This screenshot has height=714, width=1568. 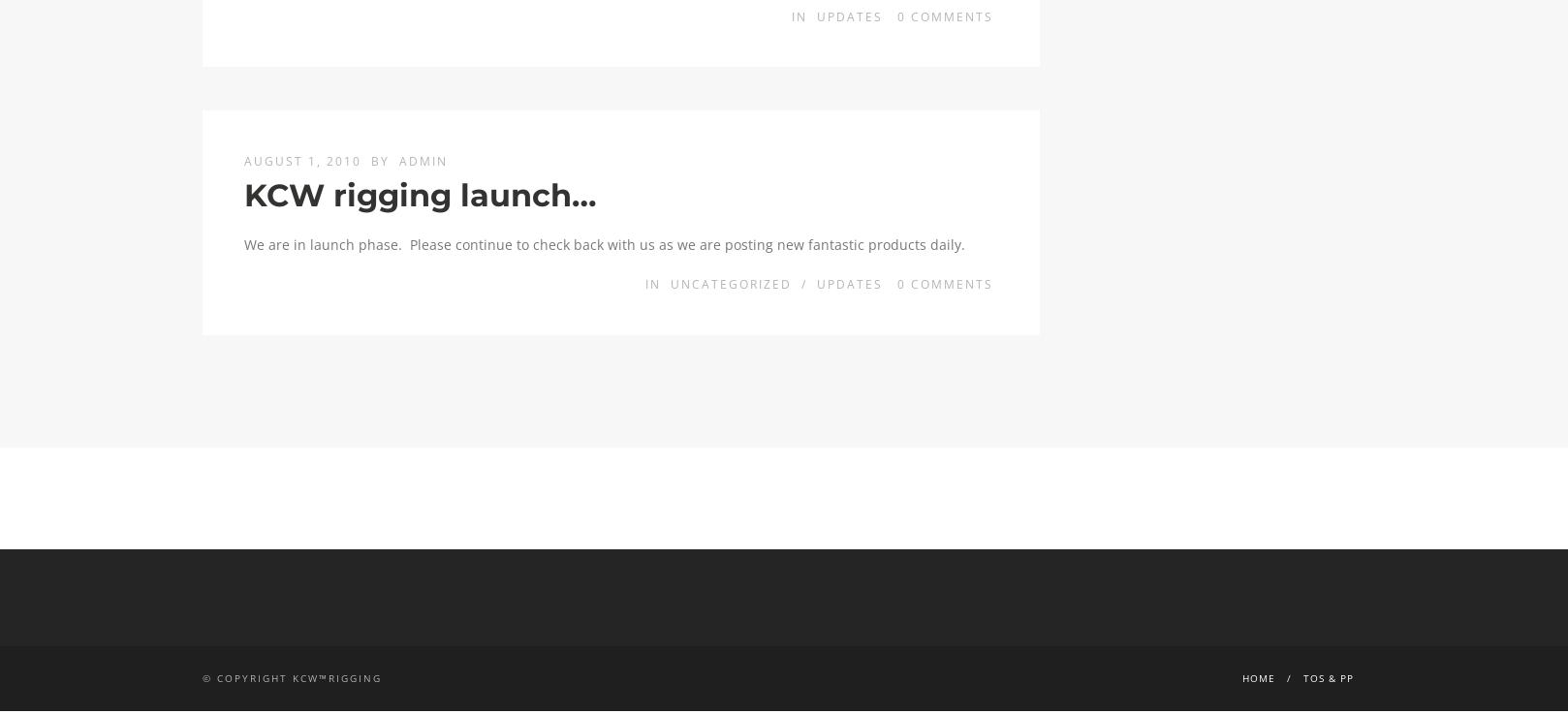 I want to click on 'August 1, 2010', so click(x=305, y=159).